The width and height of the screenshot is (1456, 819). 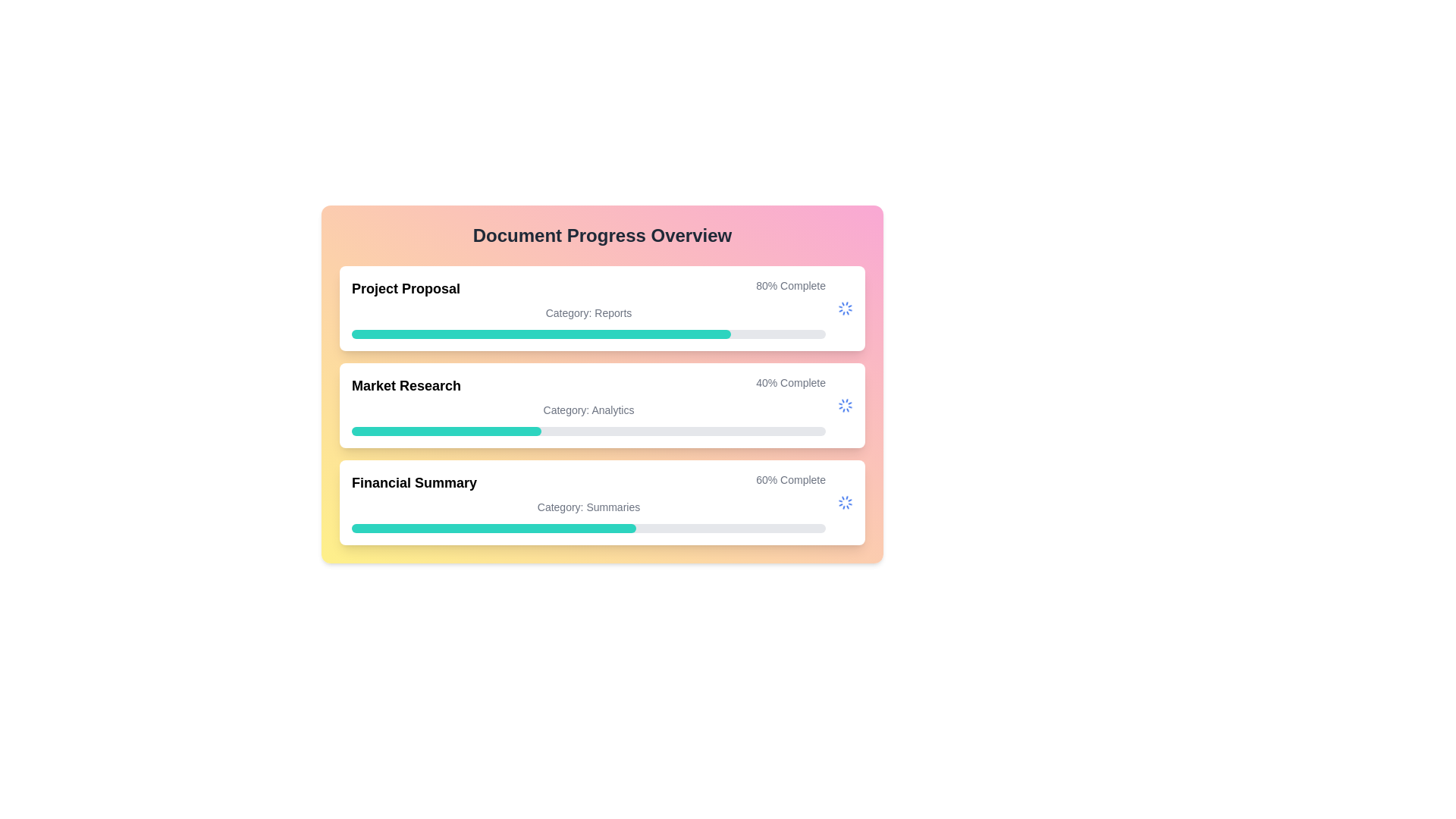 I want to click on text label indicating the subject of the card, which is located at the top-left corner of the 'Project Proposal' card, above the '80% Complete' element, so click(x=406, y=289).